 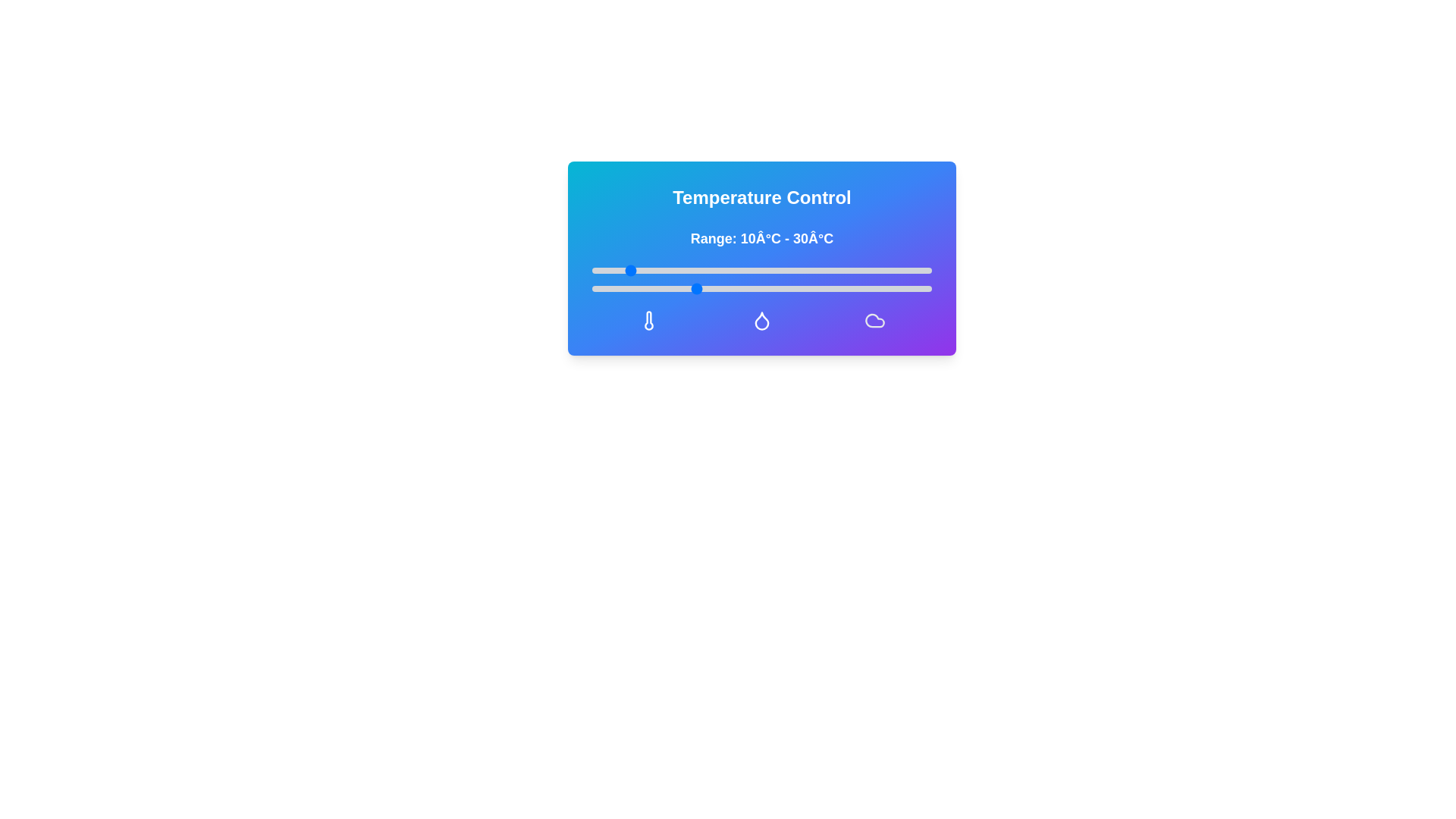 I want to click on the slider, so click(x=731, y=289).